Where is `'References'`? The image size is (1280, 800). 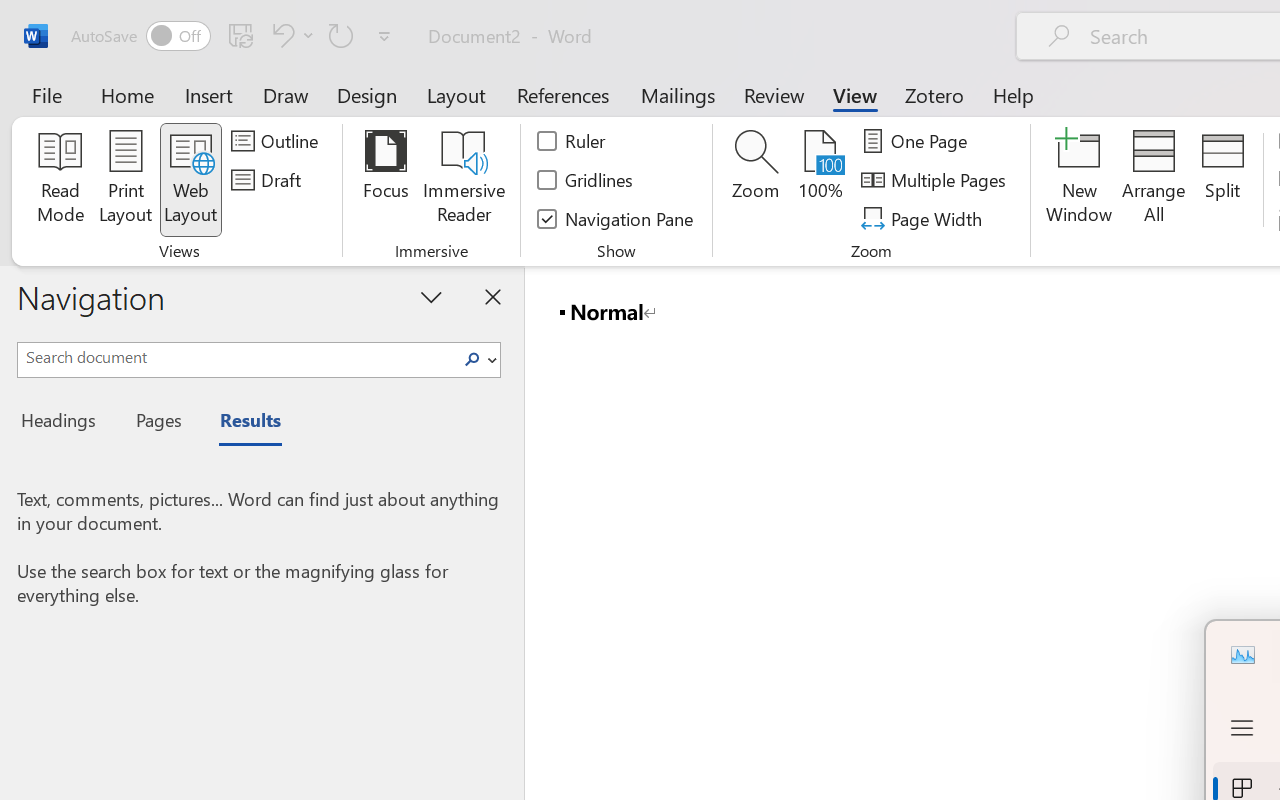
'References' is located at coordinates (562, 94).